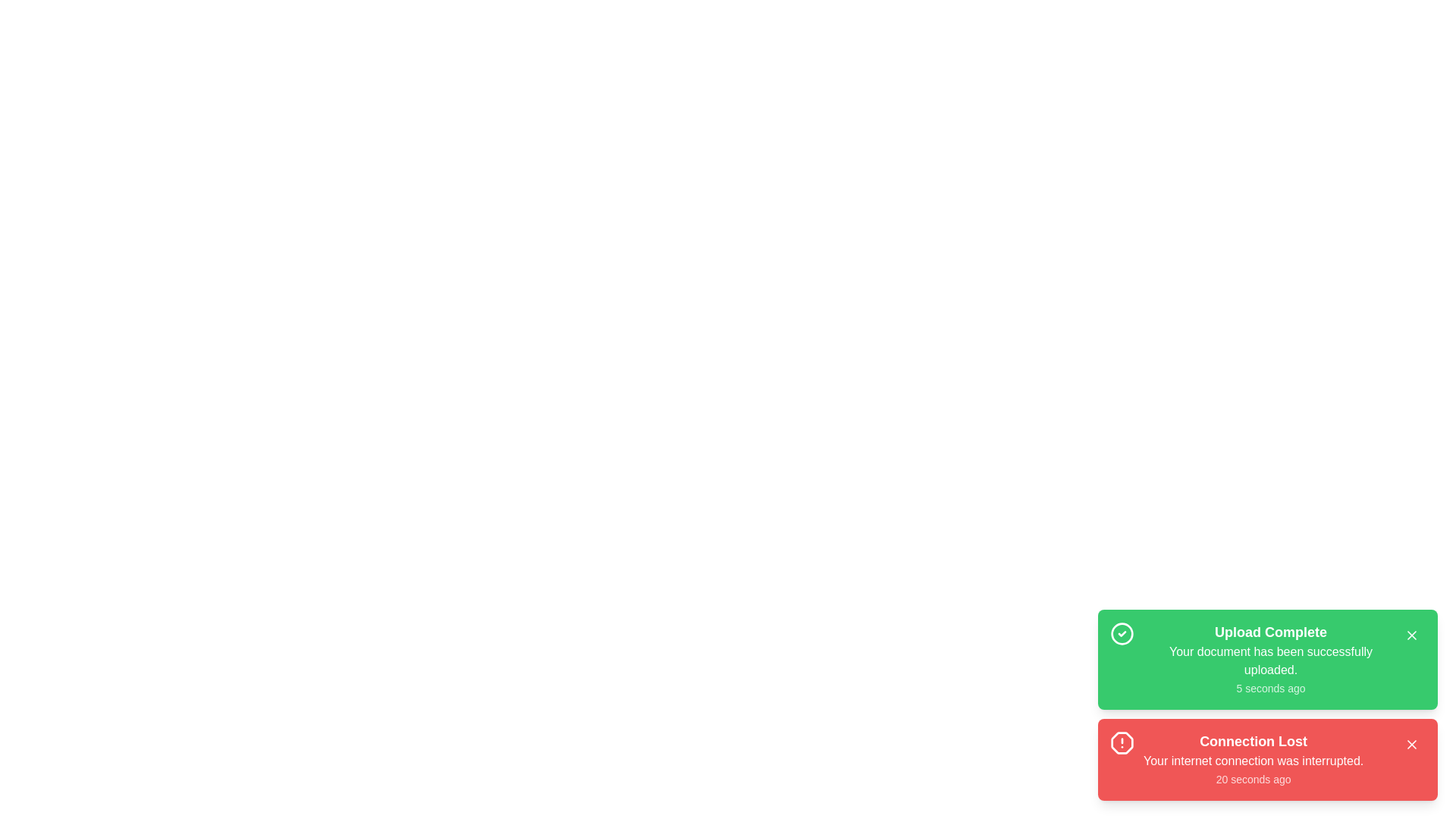  Describe the element at coordinates (1411, 744) in the screenshot. I see `close button for the snackbar with title Connection Lost` at that location.